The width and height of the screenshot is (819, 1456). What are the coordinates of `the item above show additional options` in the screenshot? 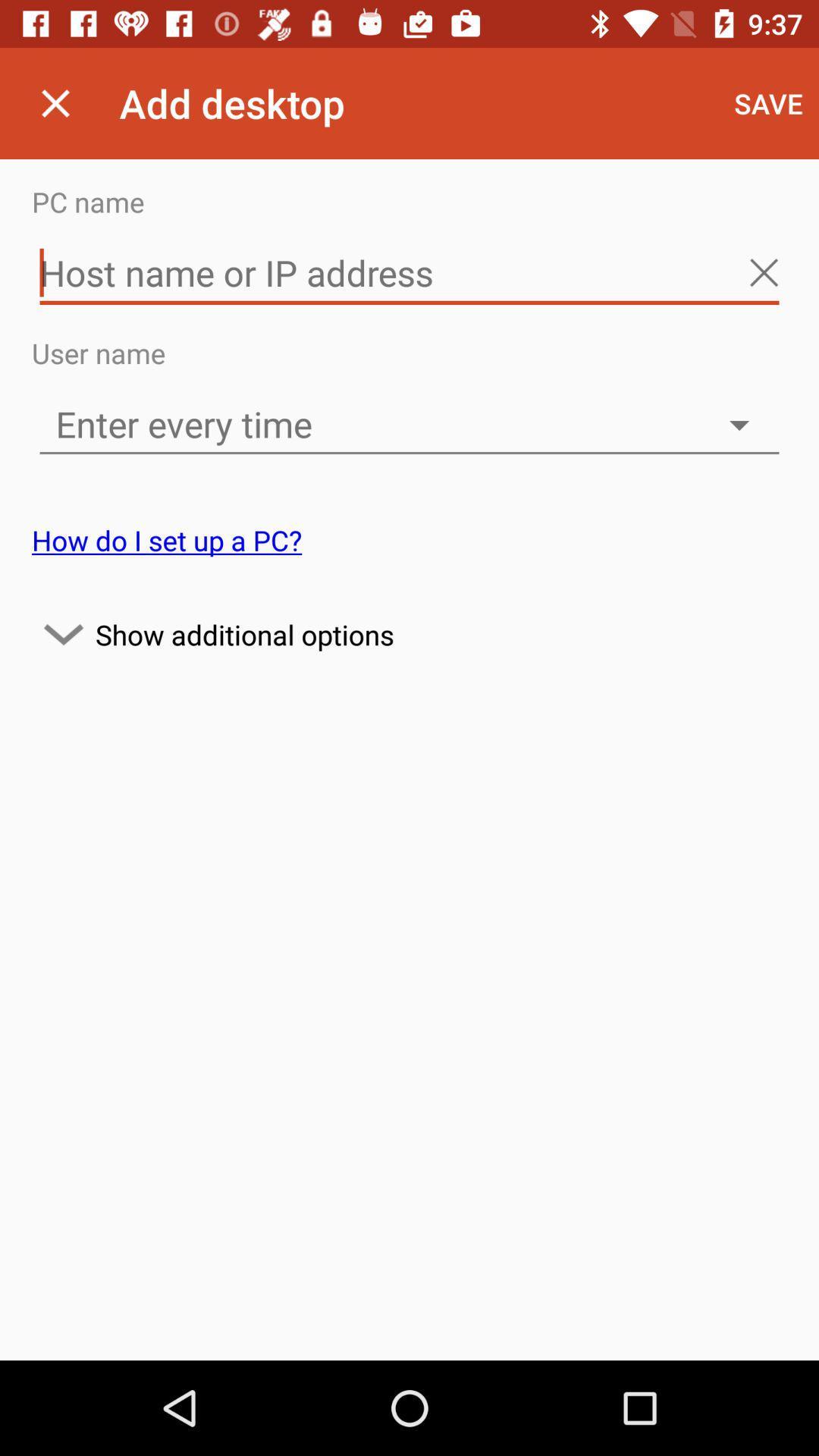 It's located at (167, 540).